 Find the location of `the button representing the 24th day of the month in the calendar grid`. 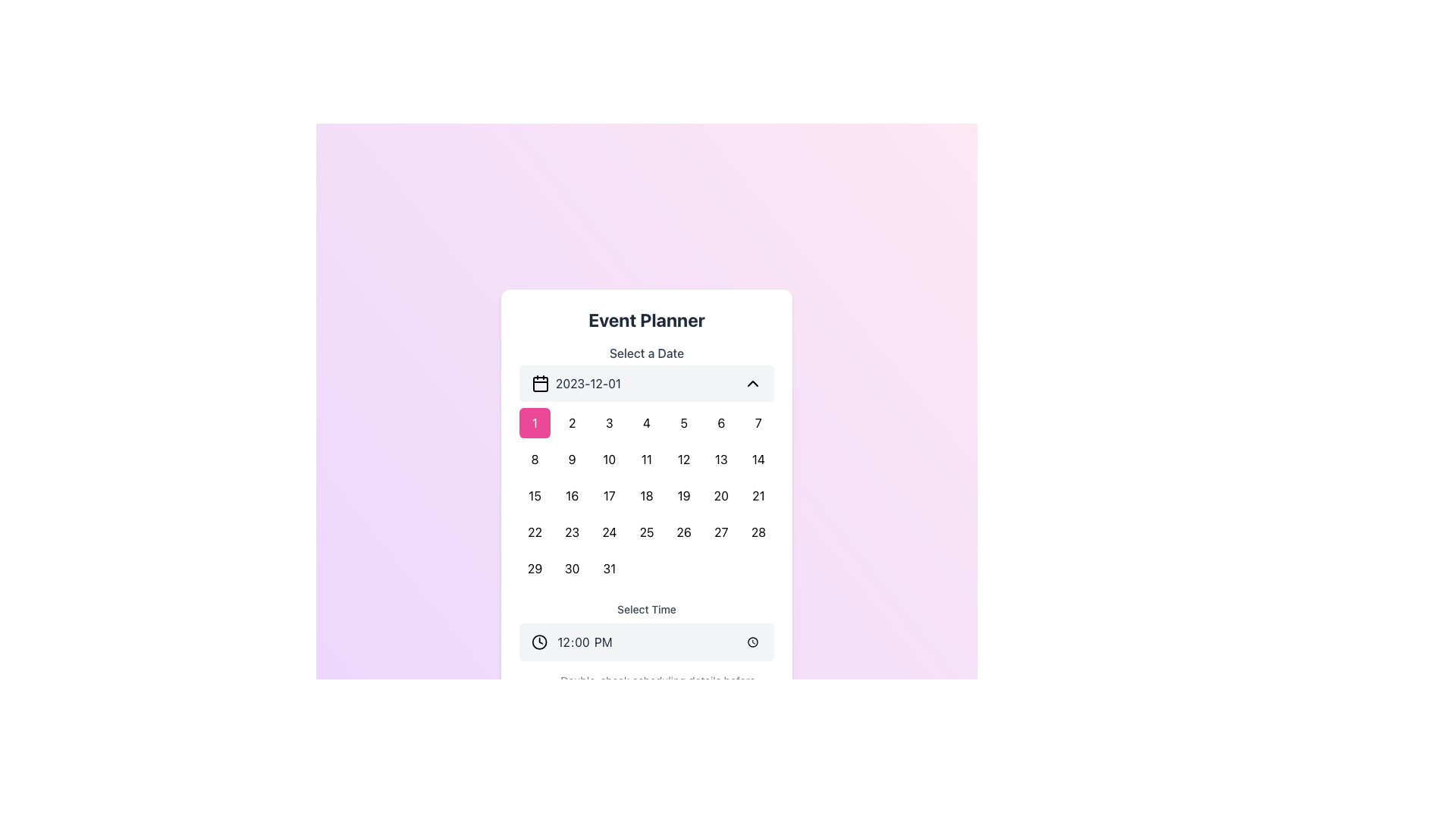

the button representing the 24th day of the month in the calendar grid is located at coordinates (609, 532).